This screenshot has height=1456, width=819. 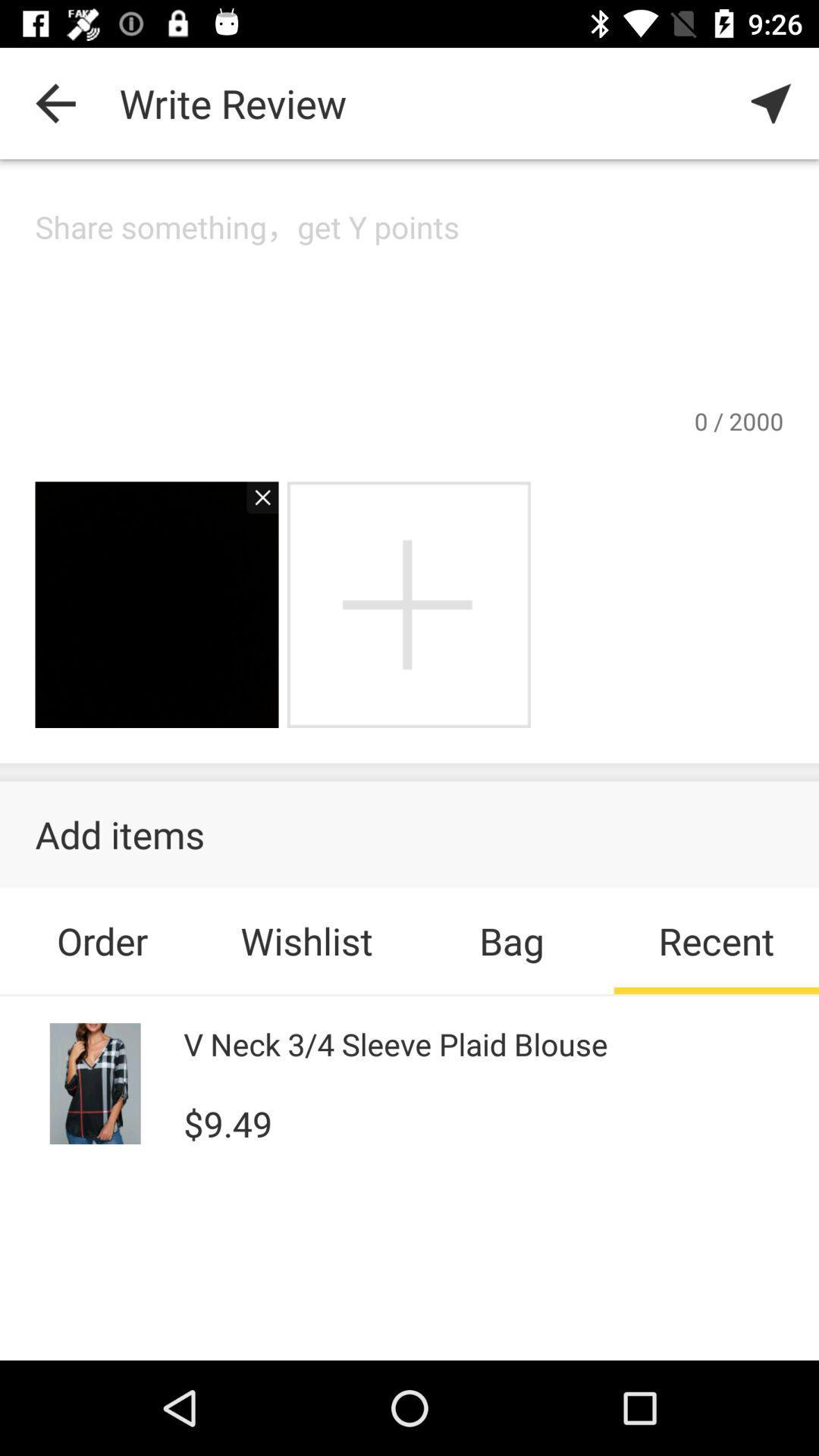 I want to click on icon to the left of the write review app, so click(x=55, y=102).